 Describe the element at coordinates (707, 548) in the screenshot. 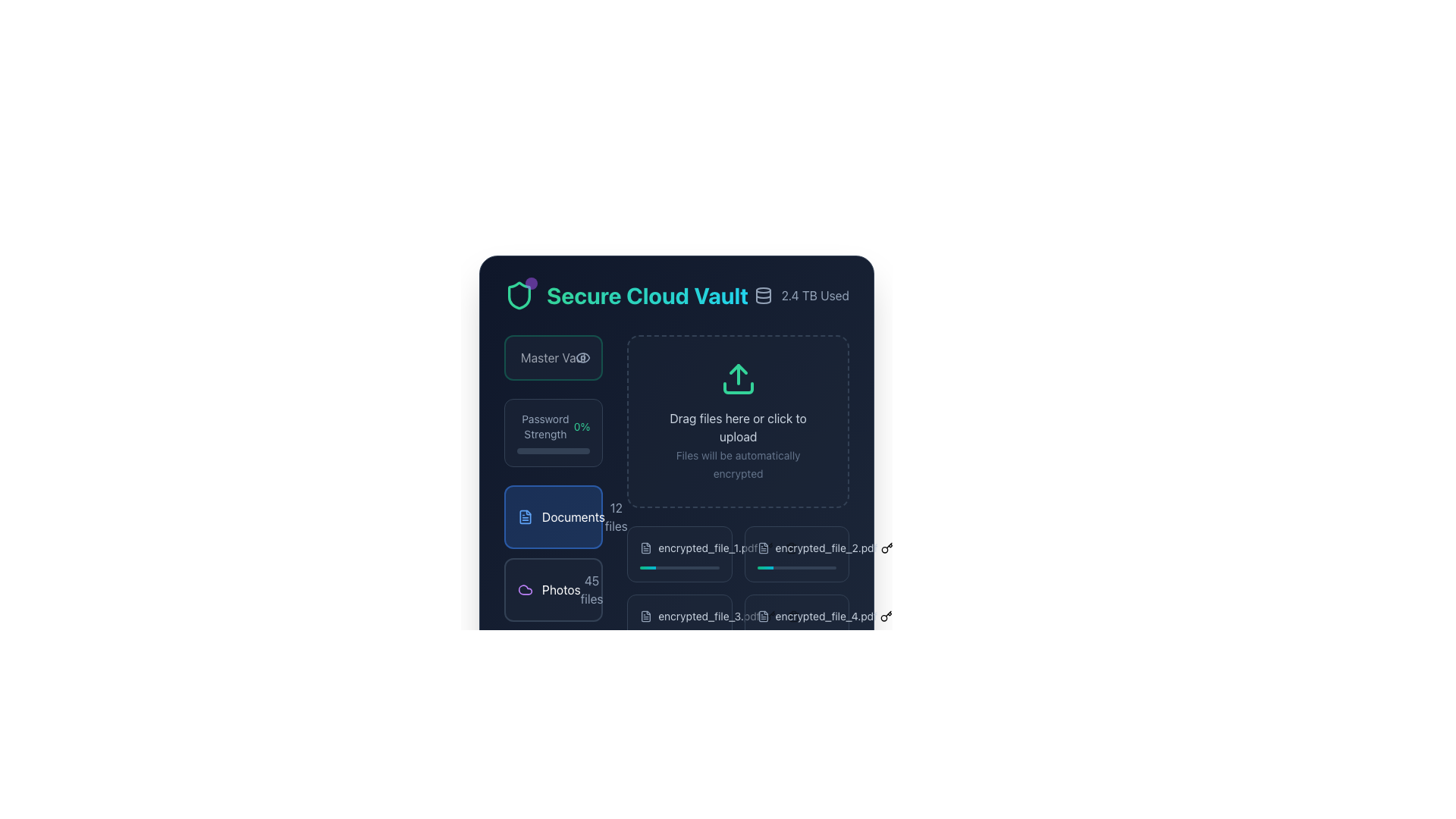

I see `text label displaying 'encrypted_file_1.pdf', which is styled in a small light gray font and located under a document icon in the 'Documents' section` at that location.